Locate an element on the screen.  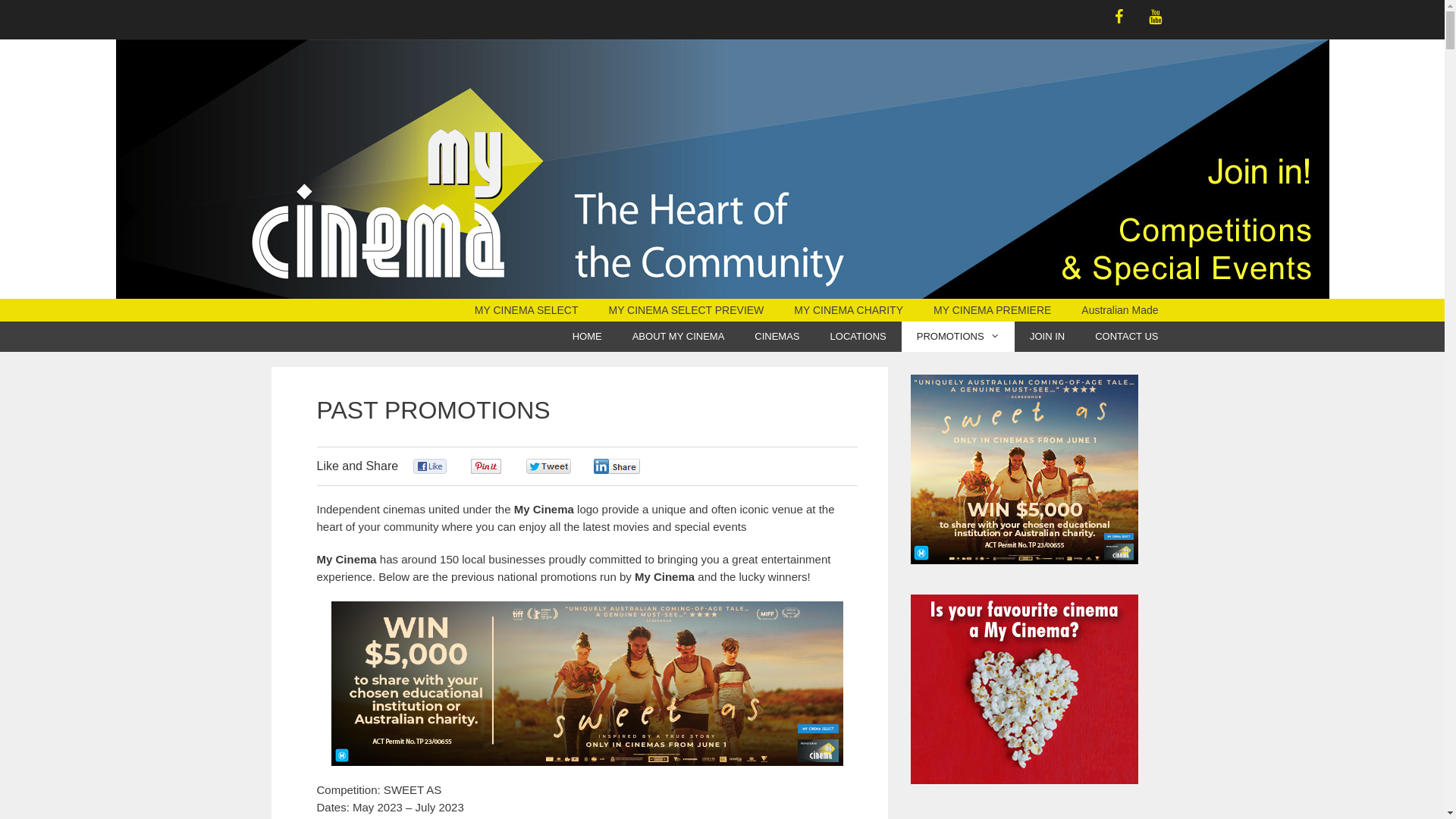
'Be the first one to tweet this article!' is located at coordinates (563, 466).